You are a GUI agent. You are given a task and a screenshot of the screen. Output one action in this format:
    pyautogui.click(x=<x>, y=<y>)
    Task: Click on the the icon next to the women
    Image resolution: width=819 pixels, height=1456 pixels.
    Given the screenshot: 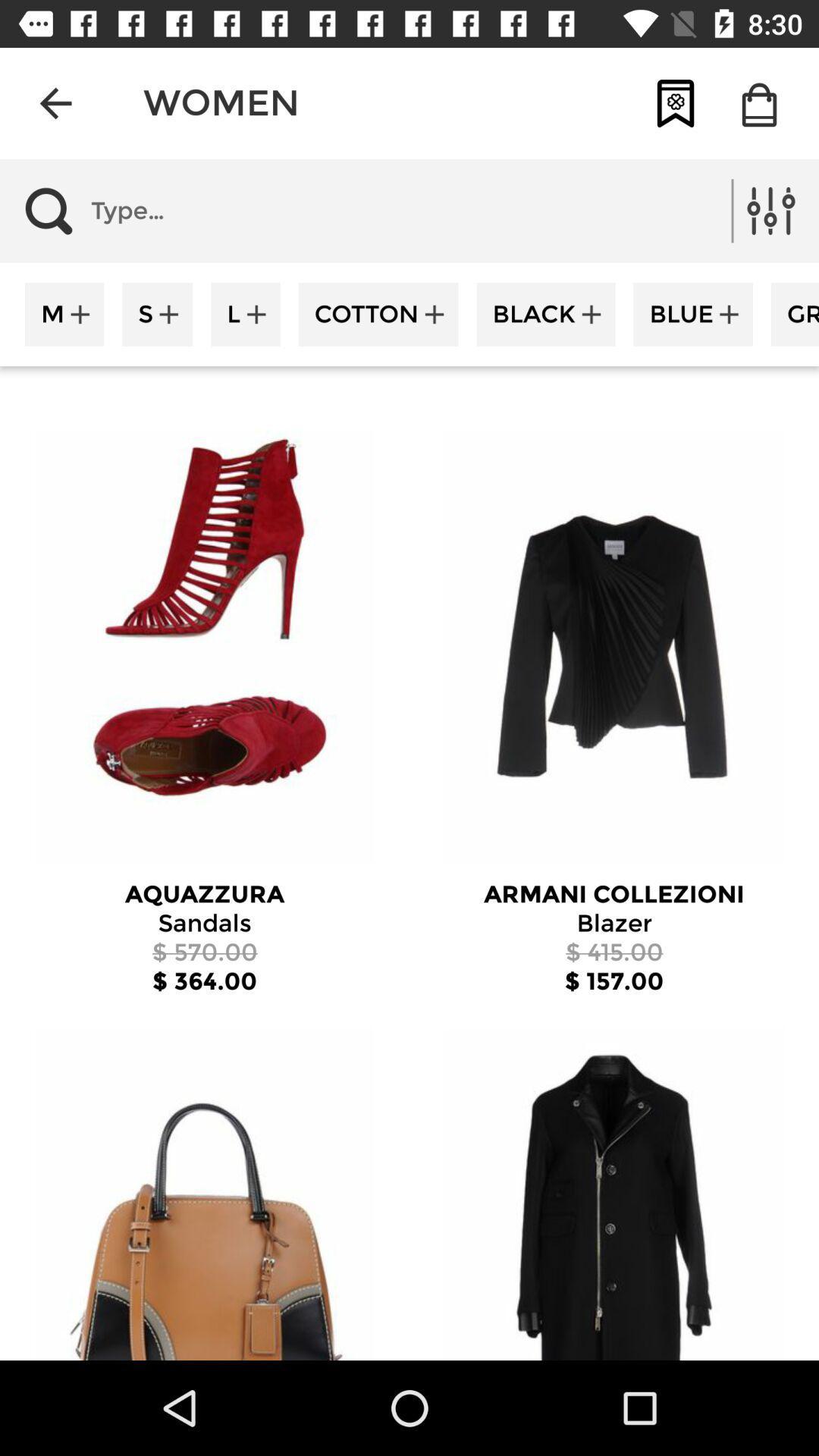 What is the action you would take?
    pyautogui.click(x=55, y=102)
    